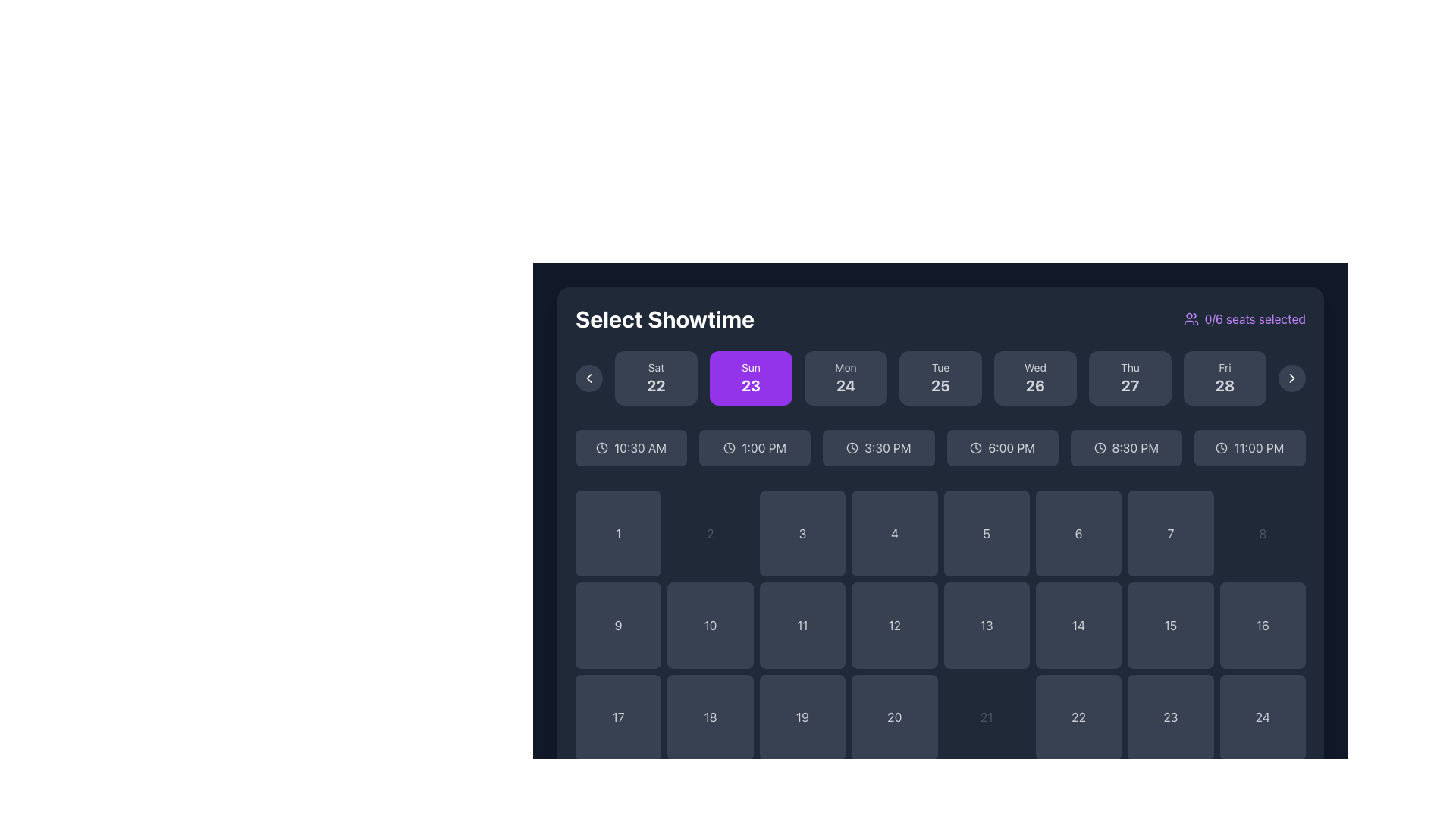 The height and width of the screenshot is (819, 1456). I want to click on the clock icon that indicates the time slot, which is centered horizontally in the second row of time options displaying '3:30 PM', so click(852, 447).